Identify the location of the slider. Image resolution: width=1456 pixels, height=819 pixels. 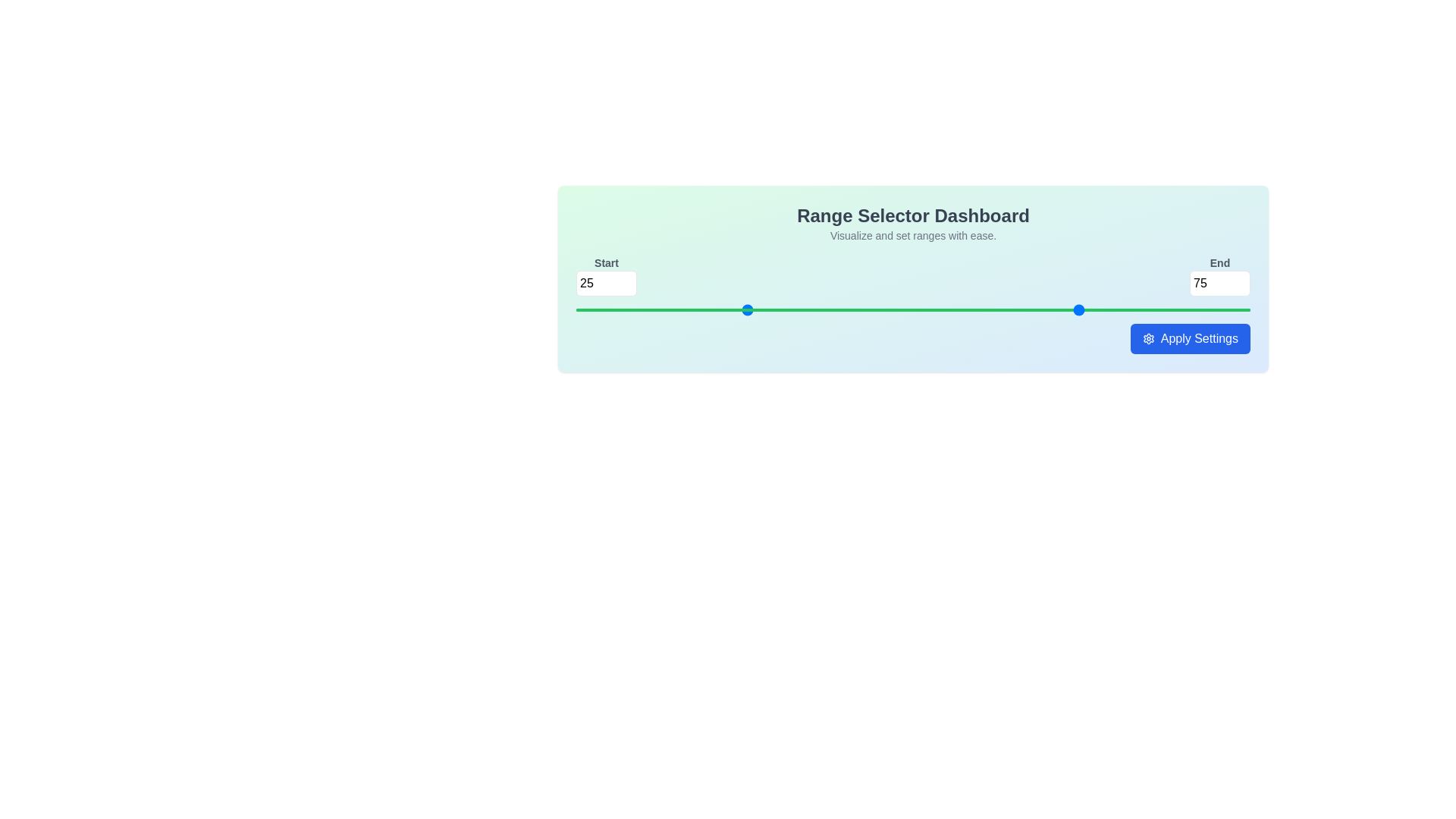
(1244, 309).